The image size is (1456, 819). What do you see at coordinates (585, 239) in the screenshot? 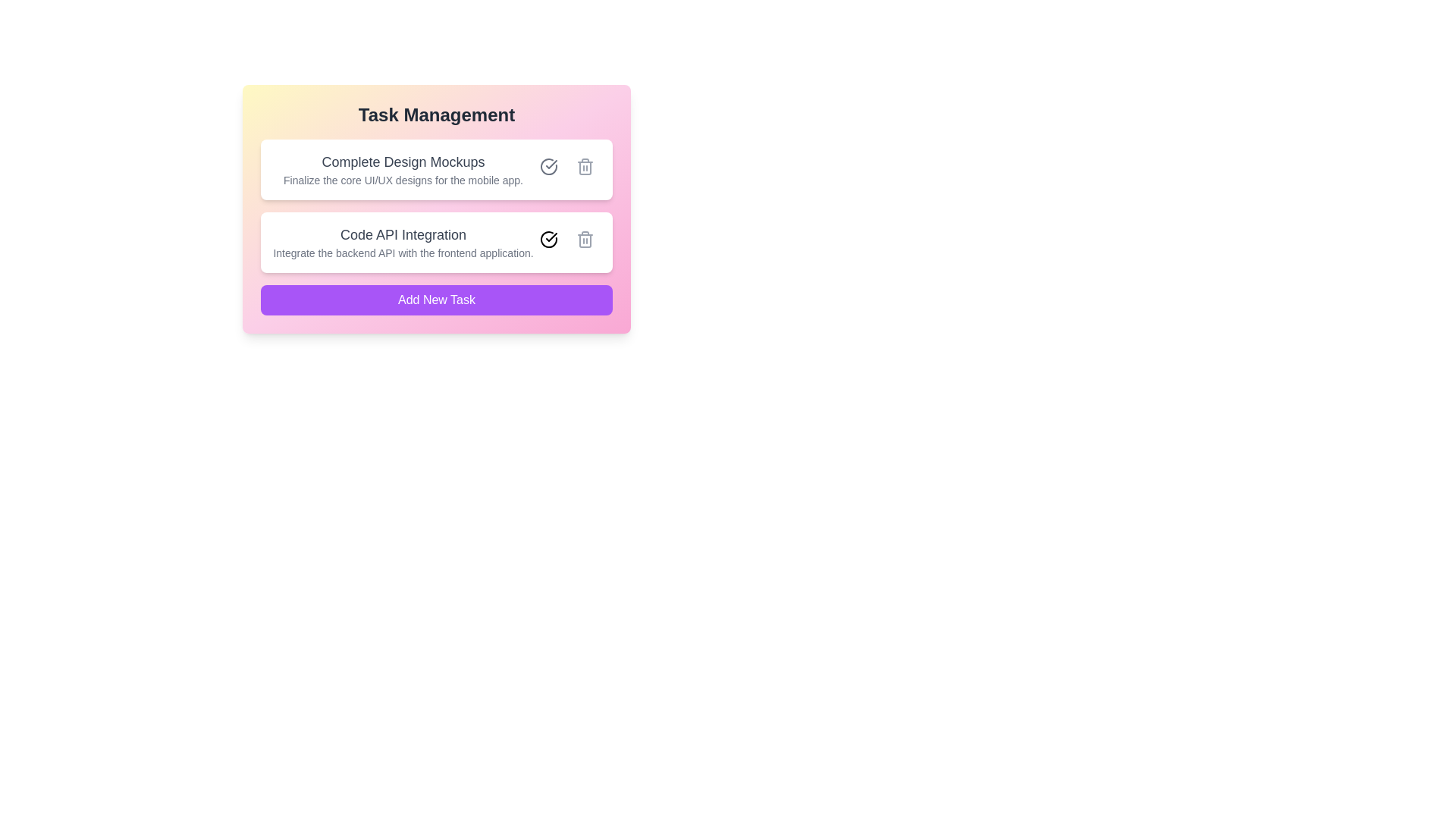
I see `delete button for the task with title 'Code API Integration'` at bounding box center [585, 239].